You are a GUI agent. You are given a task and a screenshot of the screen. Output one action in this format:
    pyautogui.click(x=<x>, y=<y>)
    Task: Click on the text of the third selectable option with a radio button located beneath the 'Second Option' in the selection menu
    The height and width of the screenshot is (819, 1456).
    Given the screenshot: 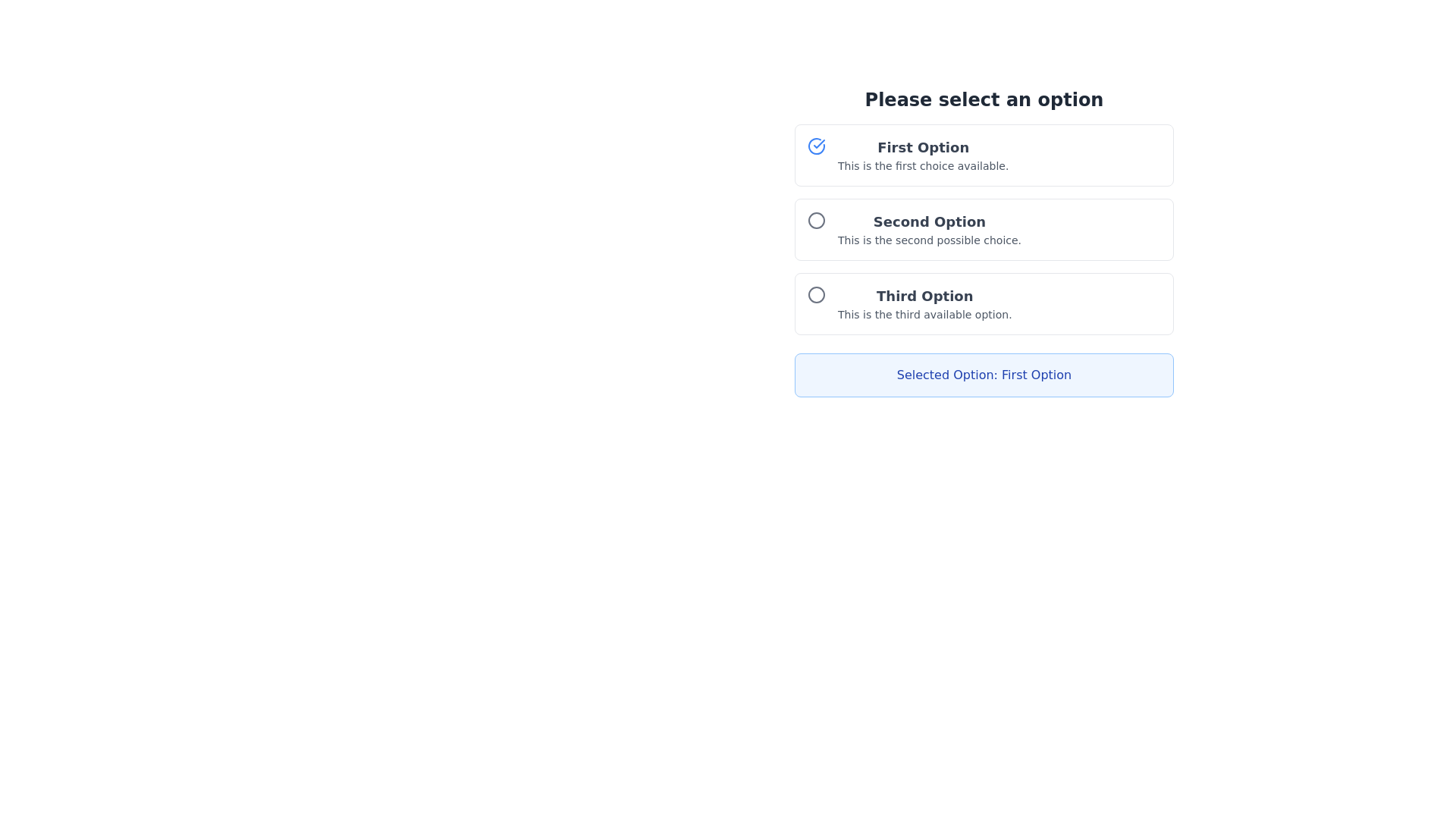 What is the action you would take?
    pyautogui.click(x=984, y=304)
    